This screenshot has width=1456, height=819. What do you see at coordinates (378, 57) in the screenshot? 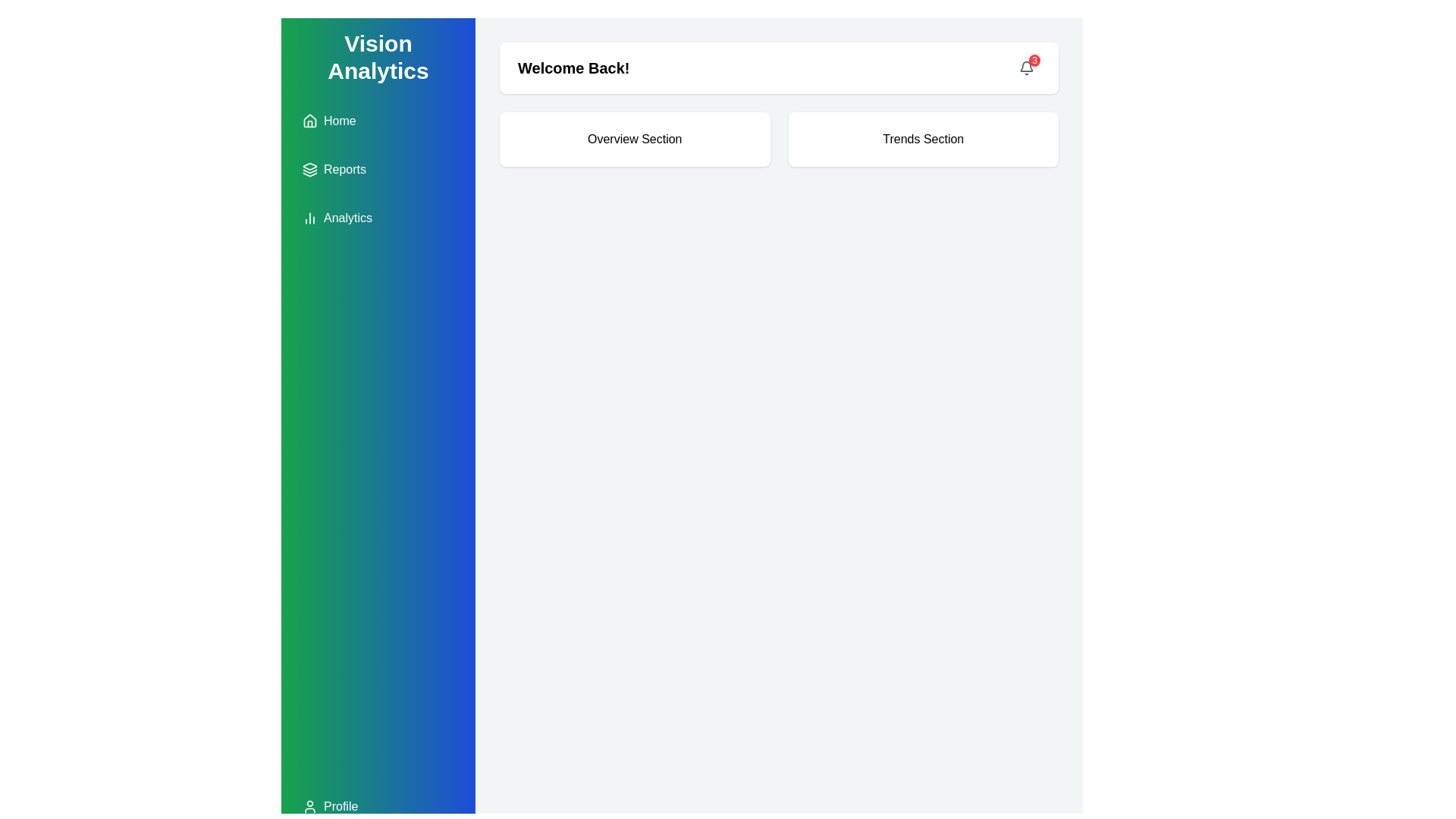
I see `text label 'Vision Analytics' located at the top of the sidebar, which is styled in bold and large white font against a gradient background` at bounding box center [378, 57].